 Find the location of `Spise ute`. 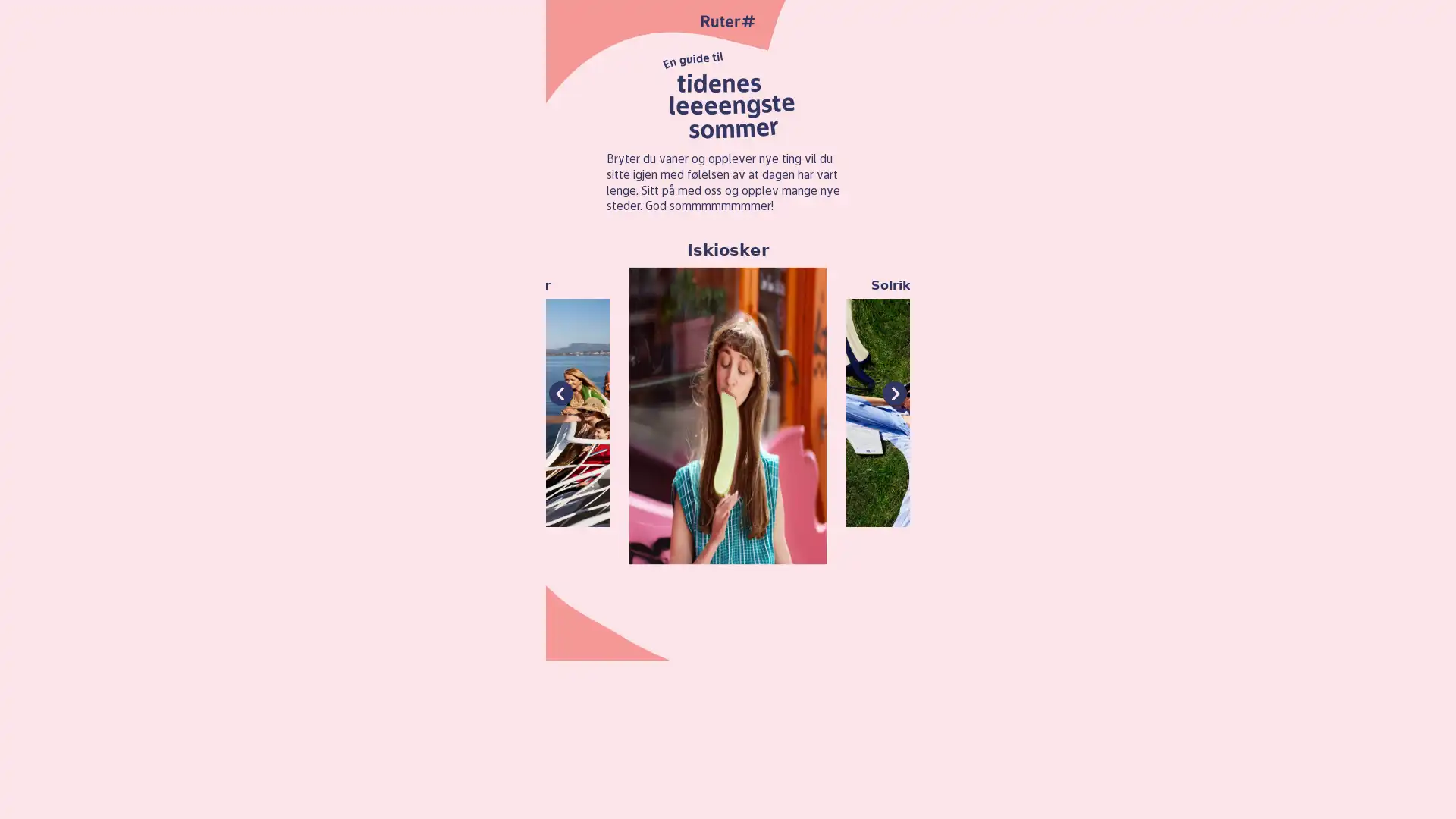

Spise ute is located at coordinates (1309, 402).